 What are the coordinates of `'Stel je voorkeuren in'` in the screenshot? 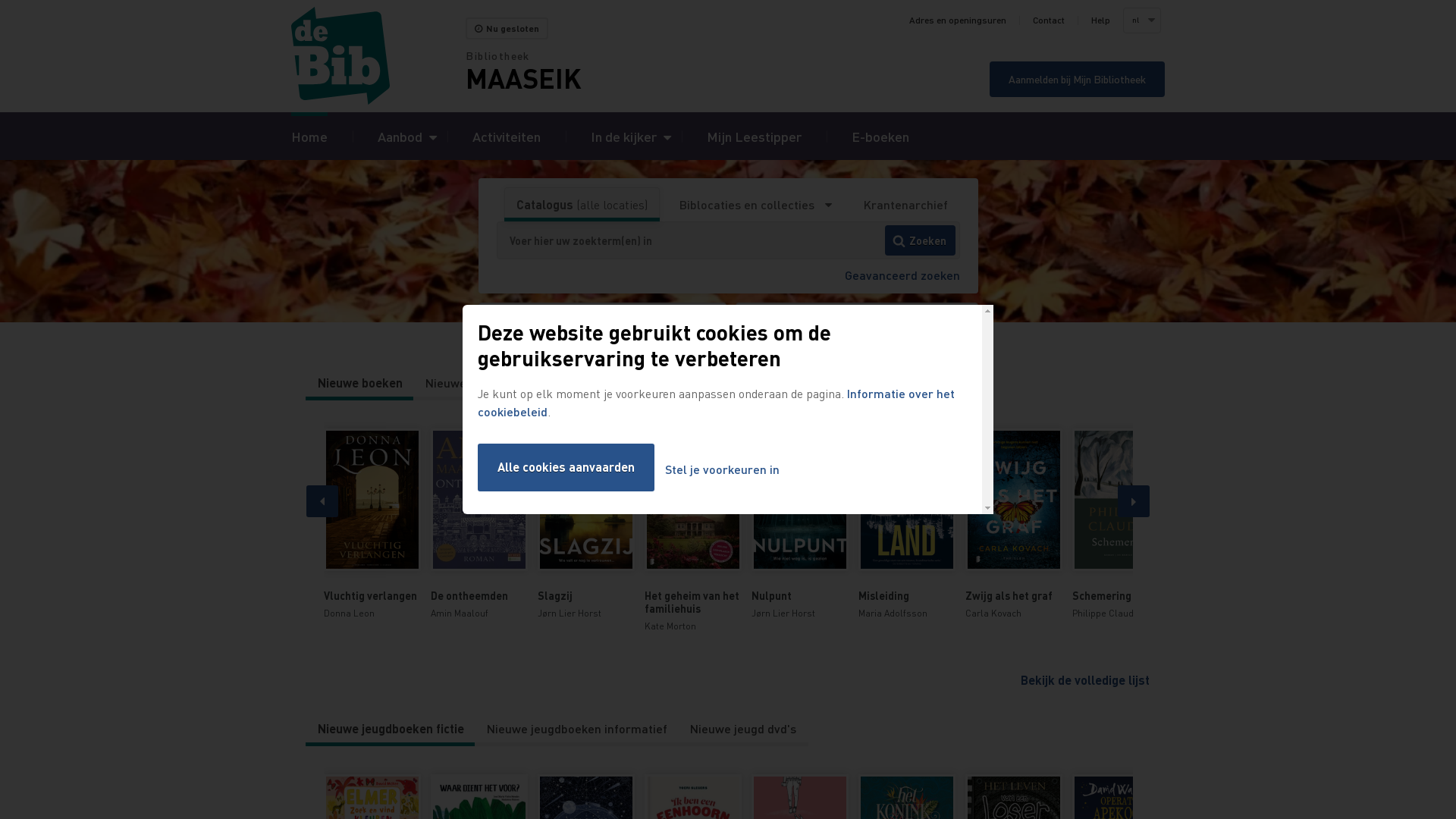 It's located at (665, 469).